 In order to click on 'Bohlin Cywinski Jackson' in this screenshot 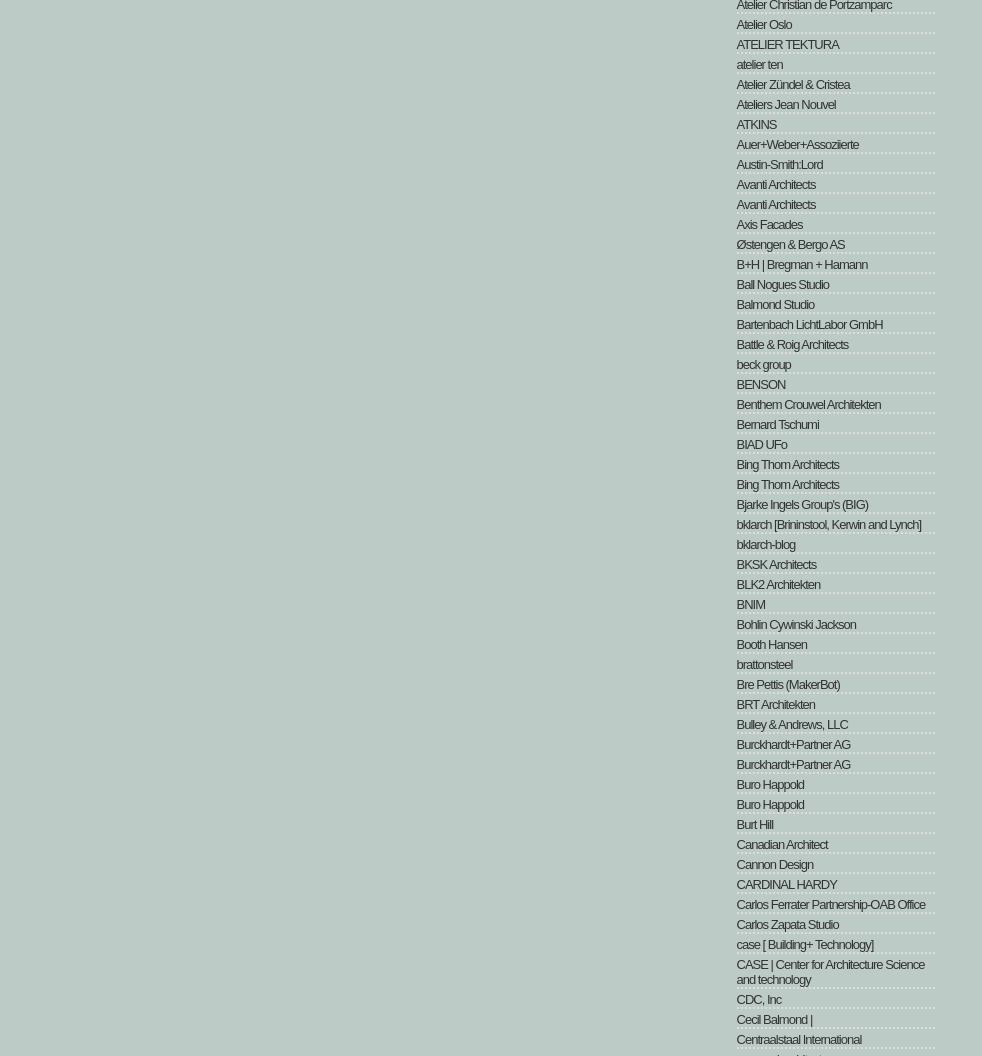, I will do `click(795, 623)`.